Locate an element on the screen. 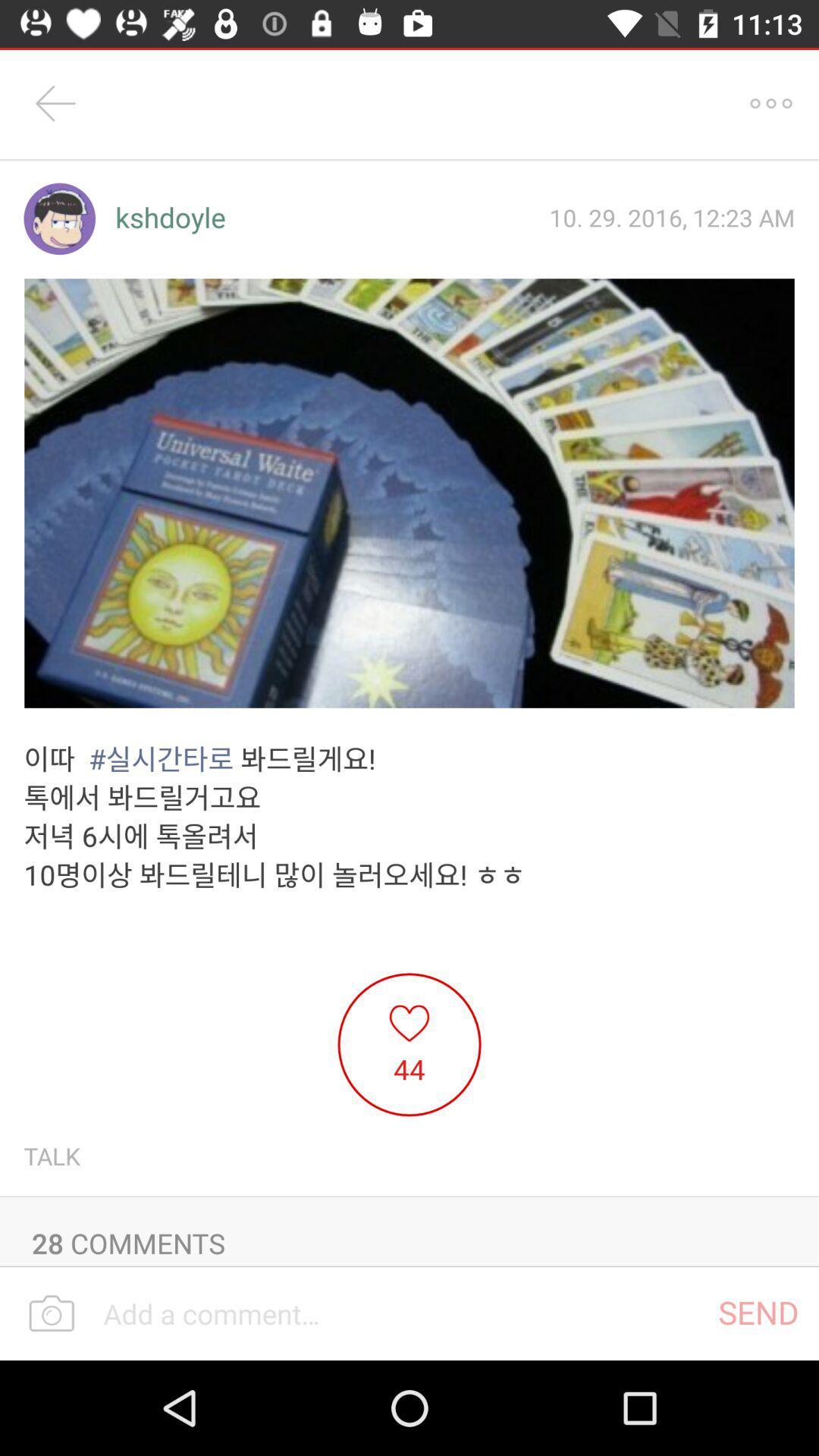 The image size is (819, 1456). the kshdoyle item is located at coordinates (170, 218).